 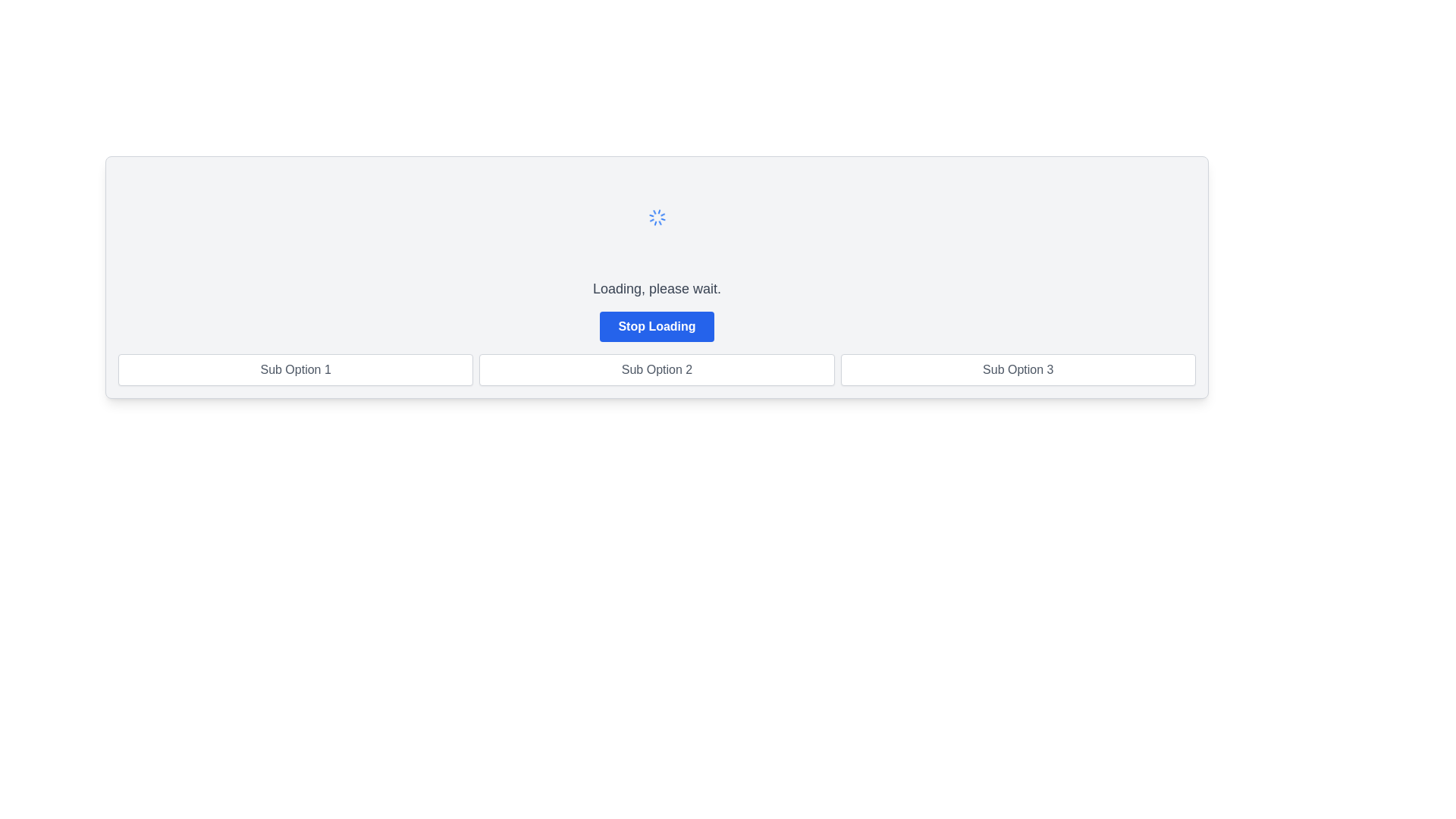 What do you see at coordinates (1018, 370) in the screenshot?
I see `the non-interactive placeholder button labeled 'Sub Option 3', which is a rectangular button with a white background, gray border, and rounded corners, located at the bottom center of the interface` at bounding box center [1018, 370].